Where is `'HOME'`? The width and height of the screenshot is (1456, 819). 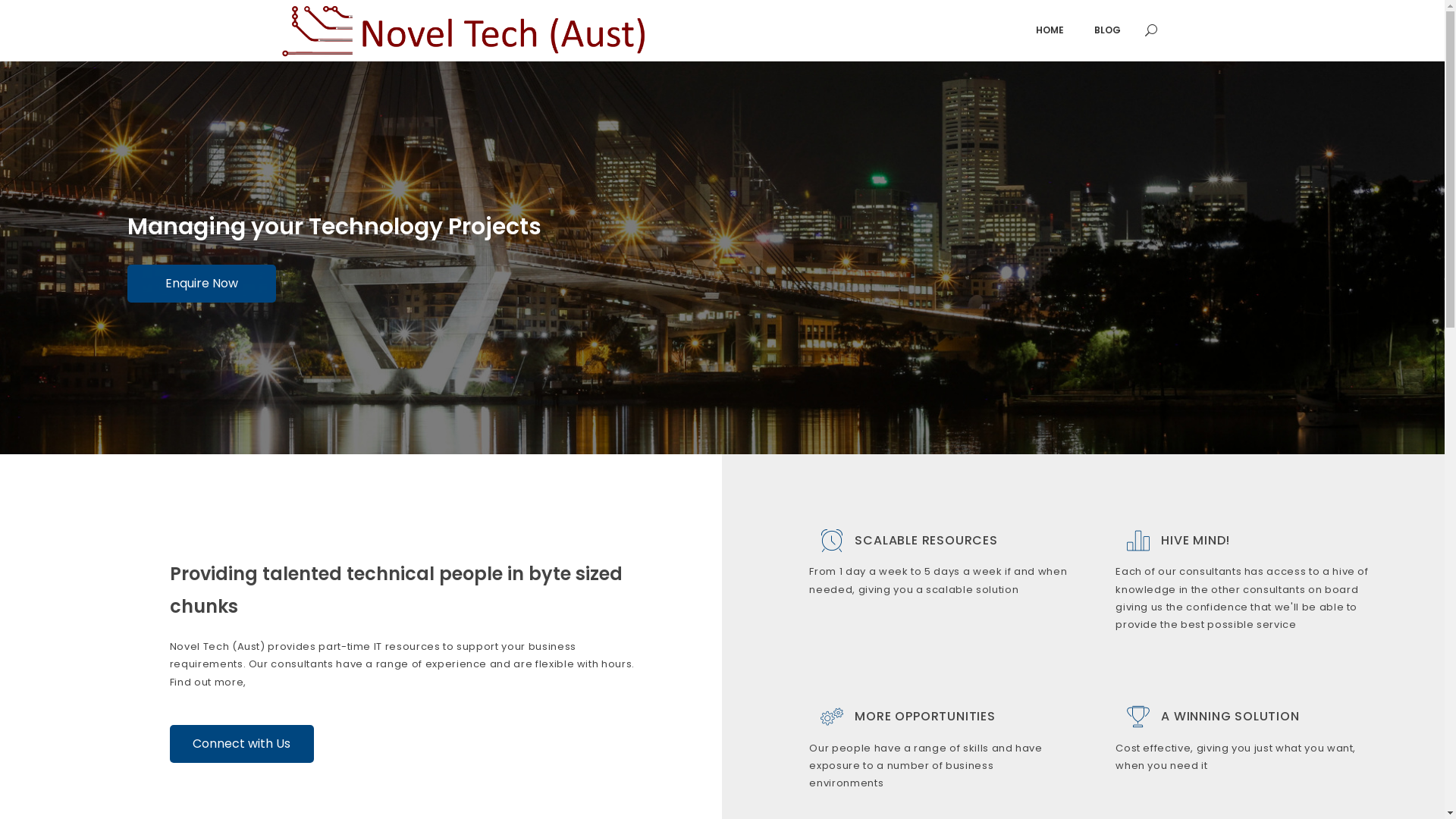 'HOME' is located at coordinates (1049, 30).